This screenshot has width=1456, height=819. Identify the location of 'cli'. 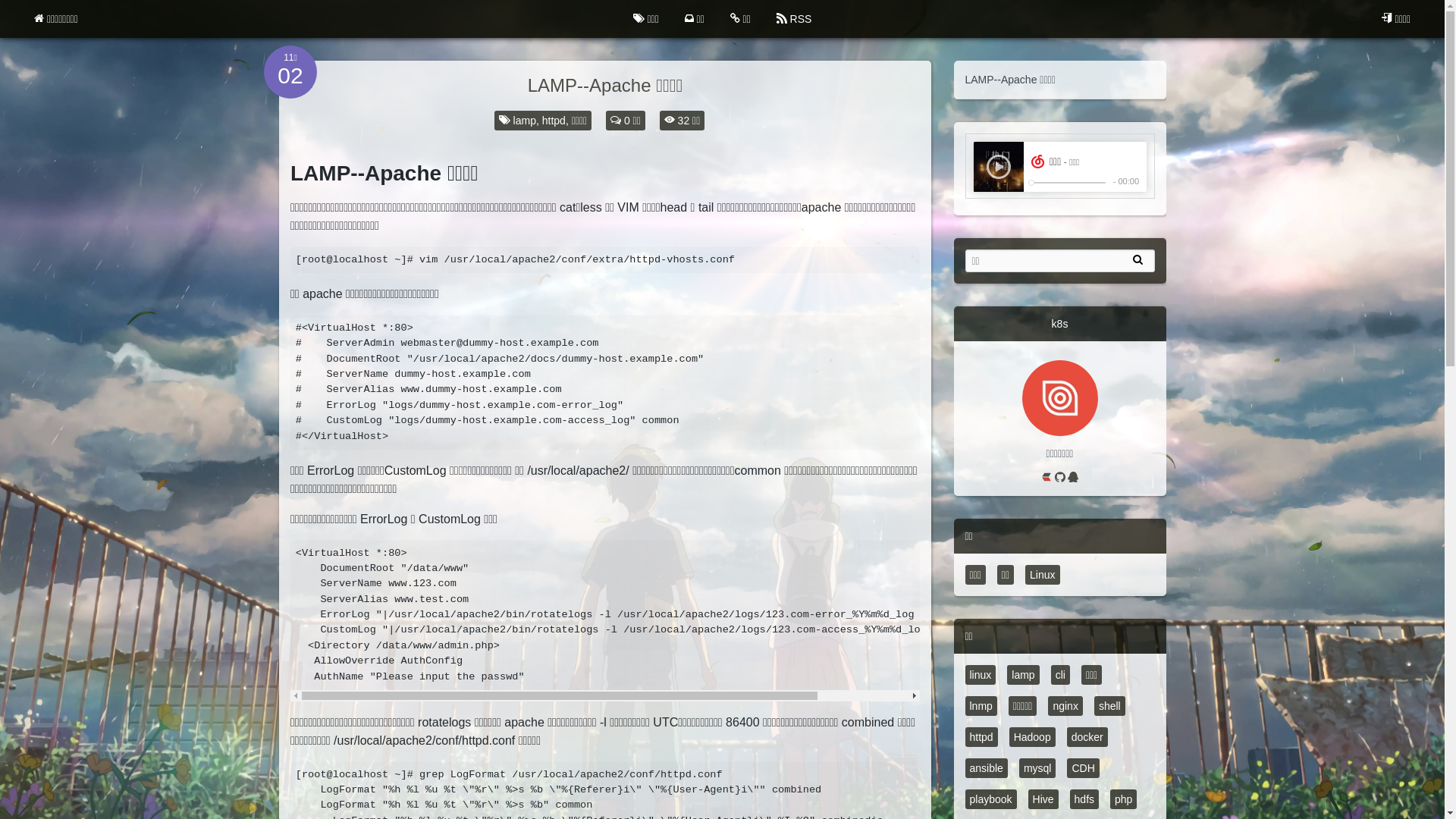
(1059, 674).